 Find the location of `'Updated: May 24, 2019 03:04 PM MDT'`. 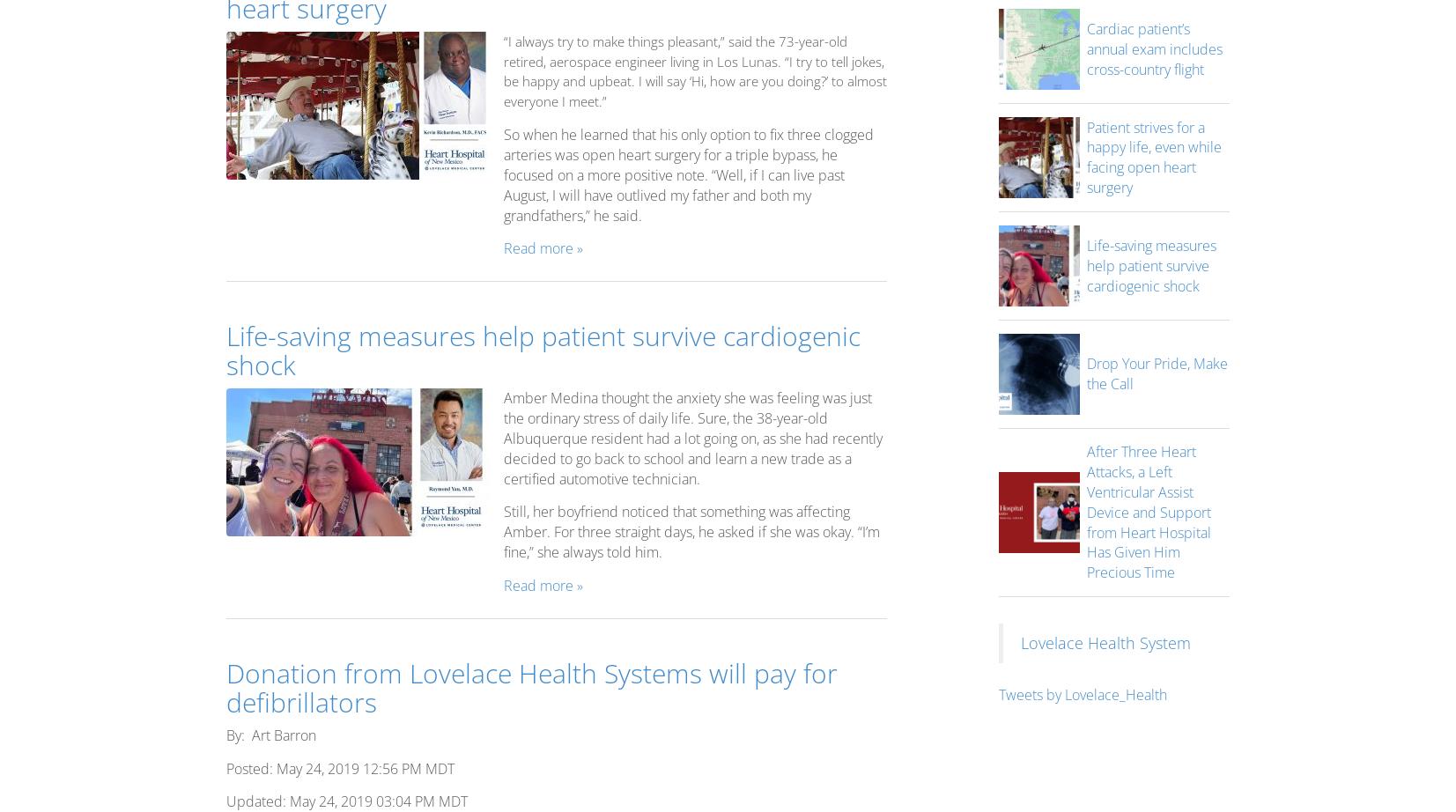

'Updated: May 24, 2019 03:04 PM MDT' is located at coordinates (225, 801).